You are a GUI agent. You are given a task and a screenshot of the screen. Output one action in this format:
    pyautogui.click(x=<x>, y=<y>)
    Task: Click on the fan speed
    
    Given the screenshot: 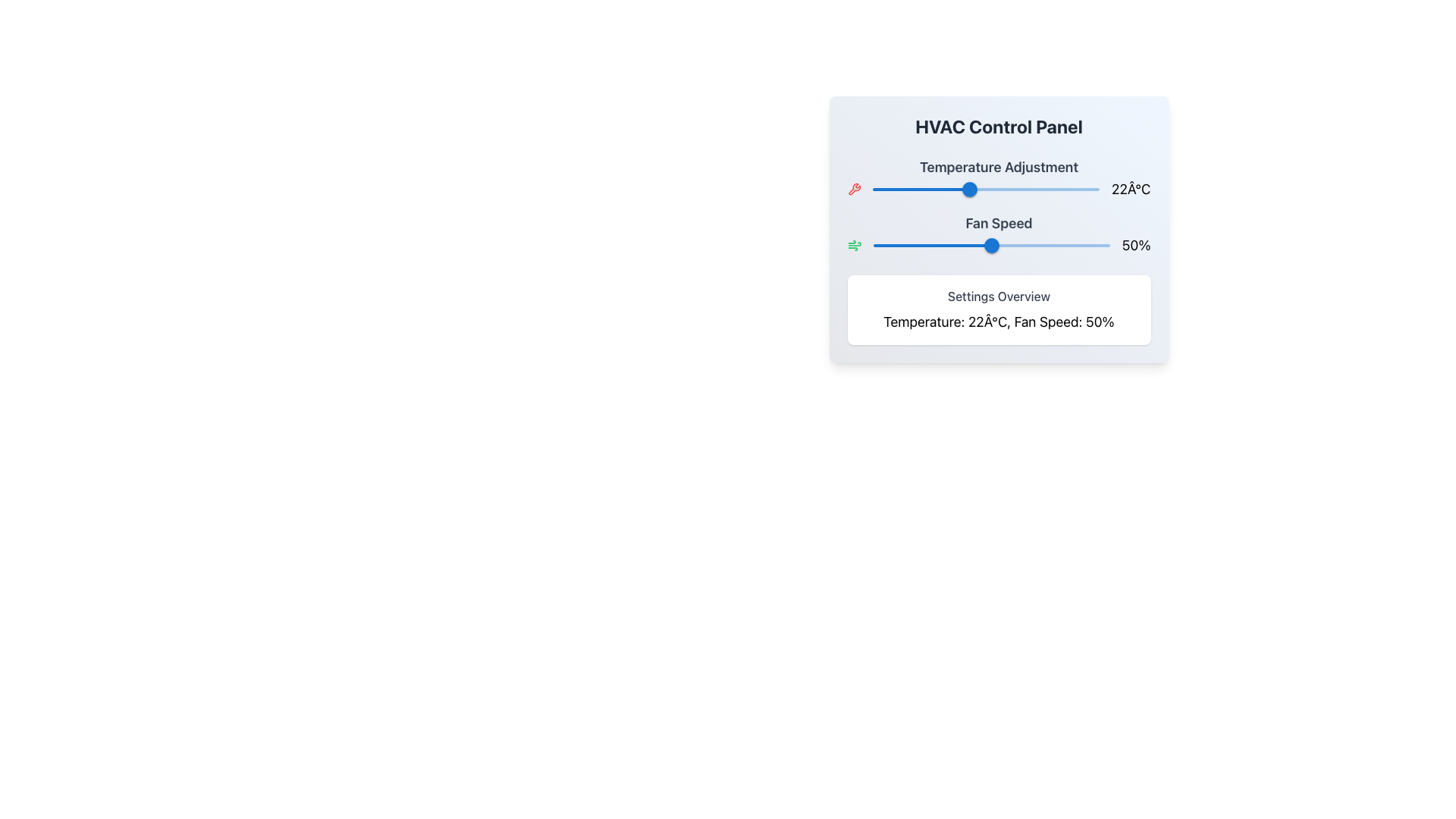 What is the action you would take?
    pyautogui.click(x=918, y=245)
    